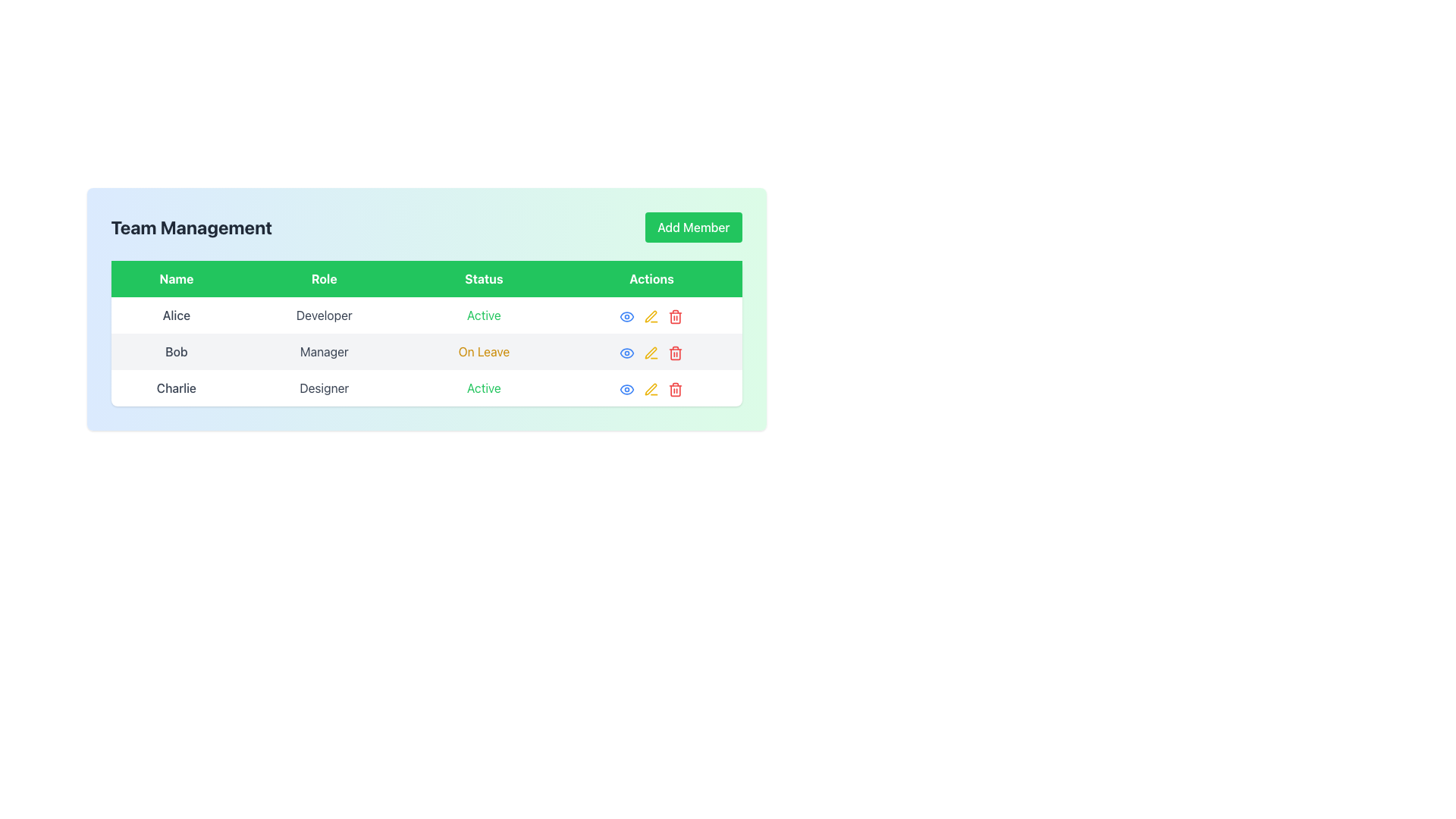 Image resolution: width=1456 pixels, height=819 pixels. I want to click on the Text Display element that indicates the role of the individual in the second row of the grid-like table under the 'Role' column, adjacent to 'Bob' in the 'Name' column and 'On Leave' in the 'Status' column, so click(323, 351).